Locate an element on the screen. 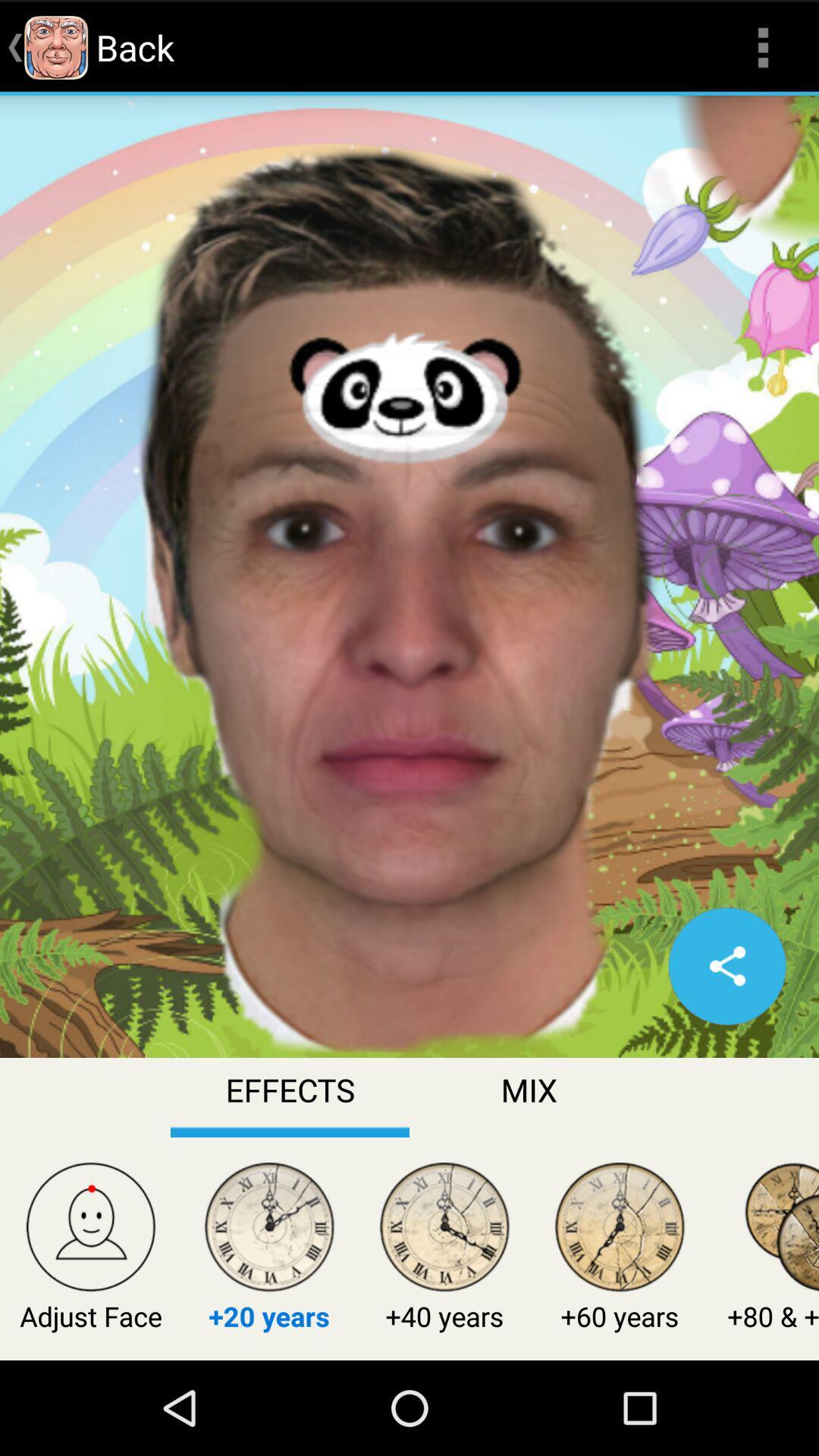 This screenshot has width=819, height=1456. share photo is located at coordinates (726, 965).